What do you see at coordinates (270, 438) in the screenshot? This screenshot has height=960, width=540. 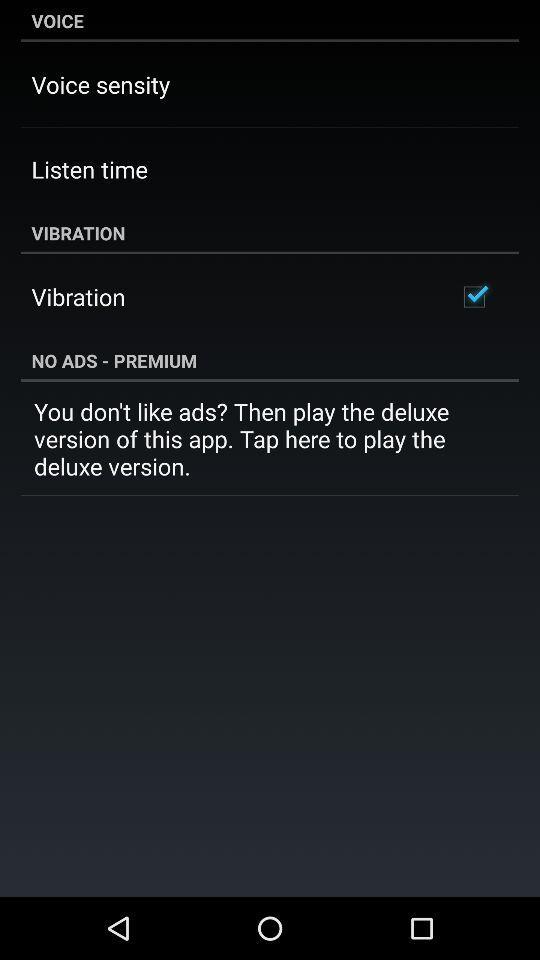 I see `the you don t icon` at bounding box center [270, 438].